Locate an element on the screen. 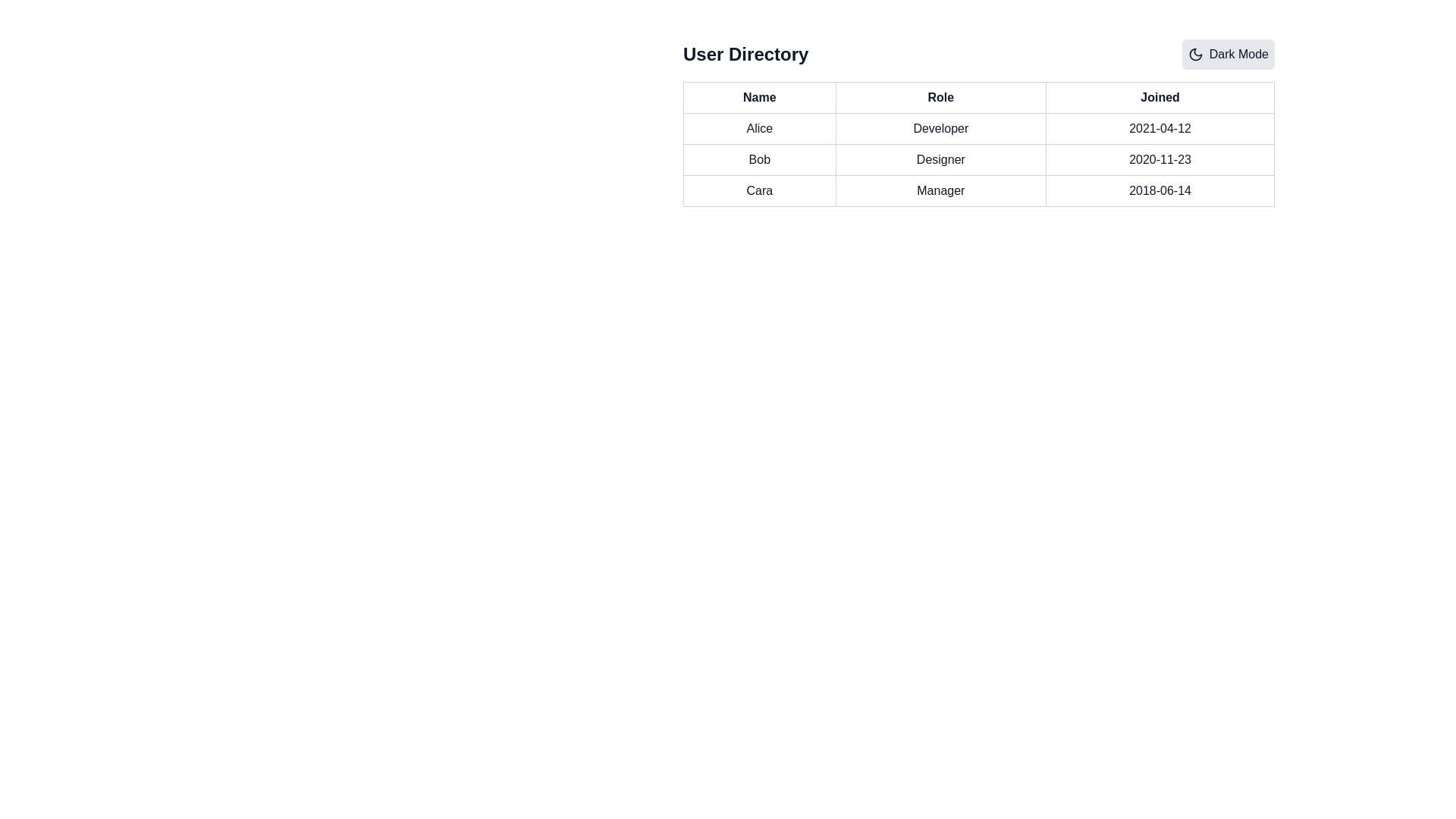 The image size is (1456, 819). the dark mode toggle icon located on the left side of the 'Dark Mode' button in the upper-right corner of the page is located at coordinates (1194, 54).